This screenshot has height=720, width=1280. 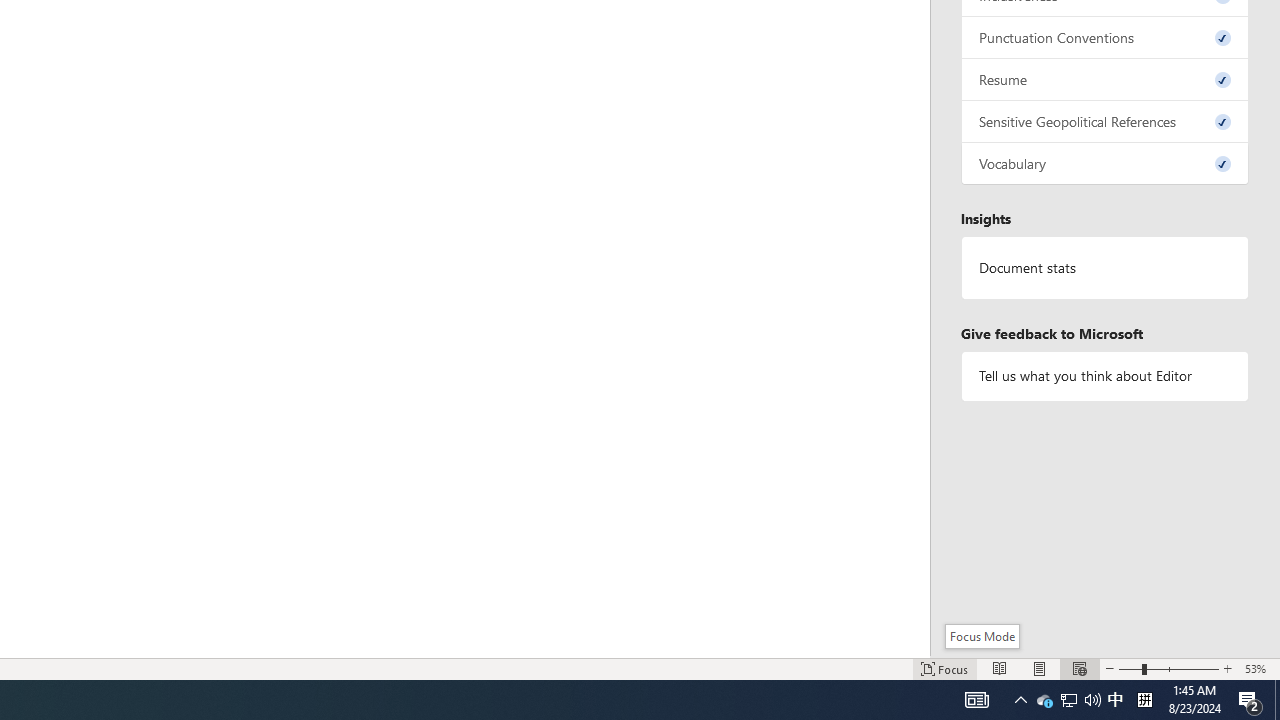 I want to click on 'Focus Mode', so click(x=982, y=636).